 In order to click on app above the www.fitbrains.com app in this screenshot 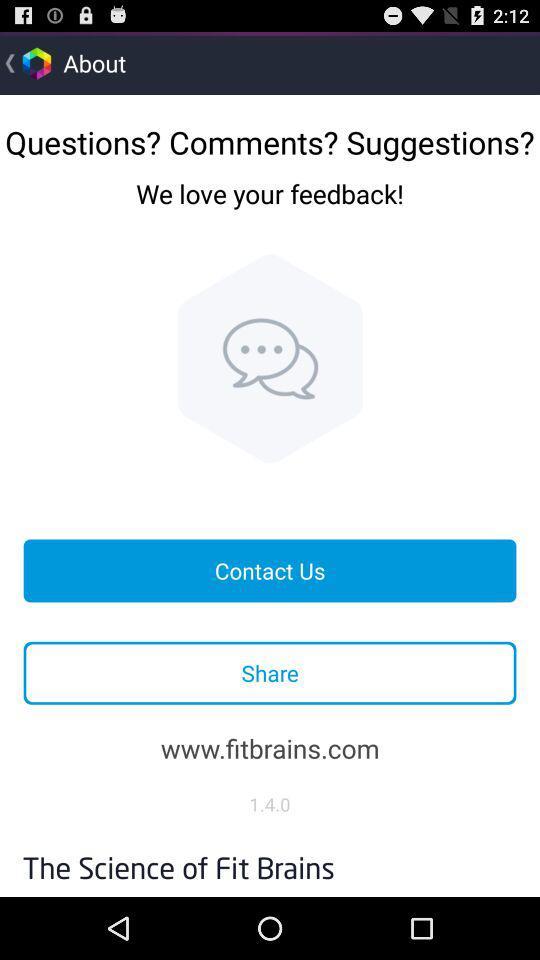, I will do `click(270, 673)`.